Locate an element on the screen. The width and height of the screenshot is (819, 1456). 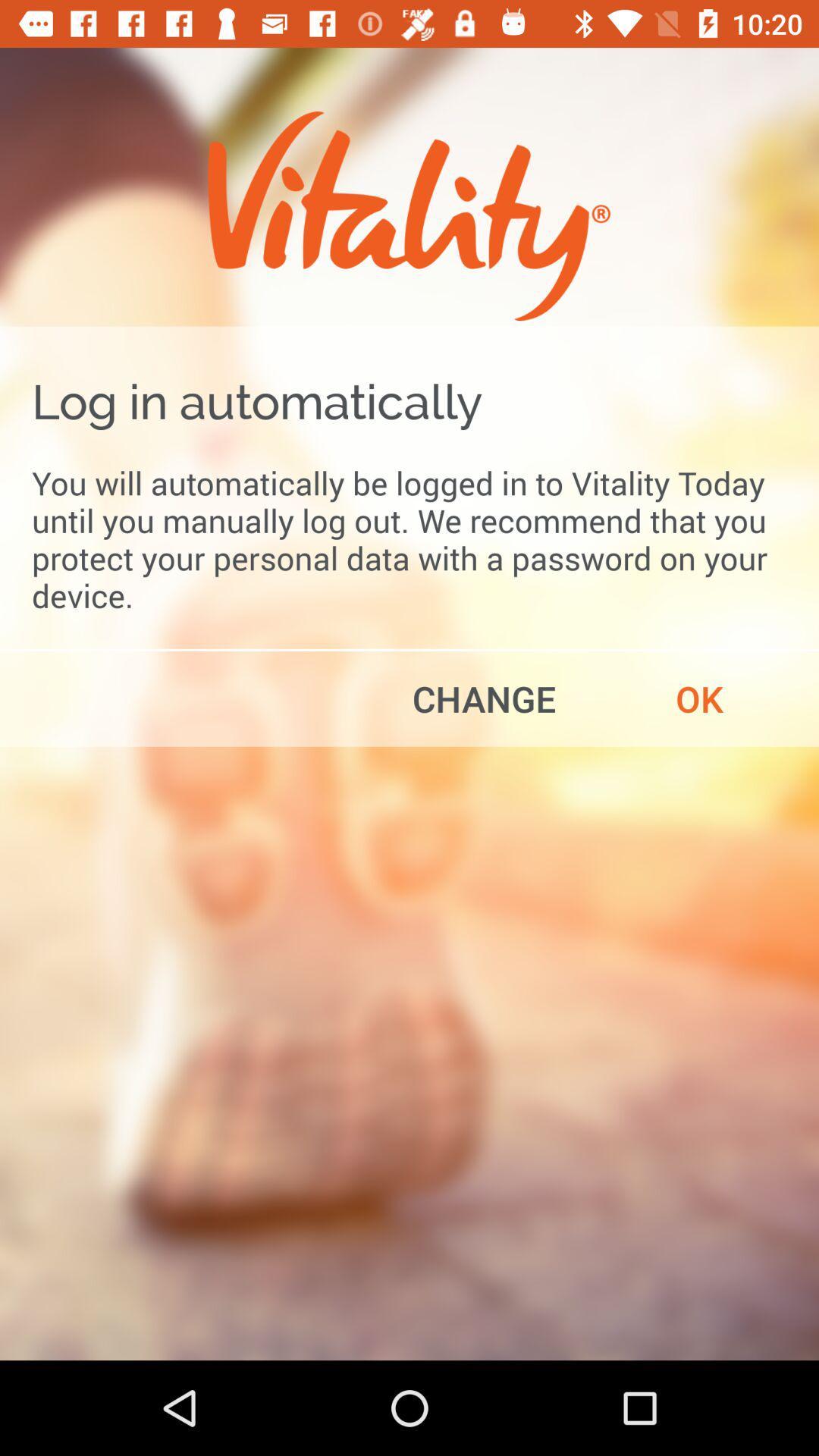
ok is located at coordinates (699, 698).